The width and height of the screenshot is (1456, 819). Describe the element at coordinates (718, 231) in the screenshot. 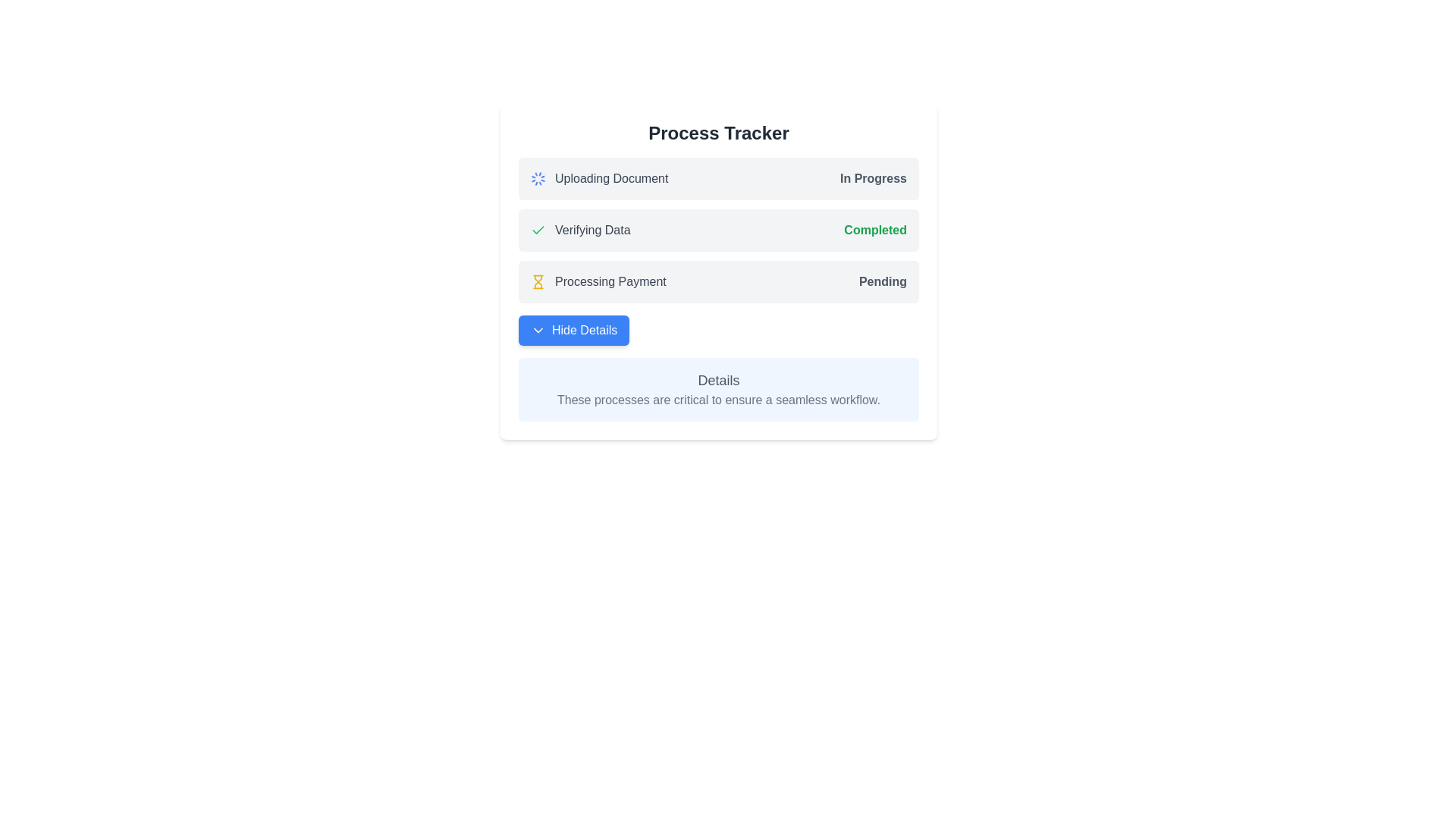

I see `text content of the Status indicator that shows the progress of the 'Verifying Data' process, located below 'Uploading Document' and above 'Processing Payment' in the 'Process Tracker' section` at that location.